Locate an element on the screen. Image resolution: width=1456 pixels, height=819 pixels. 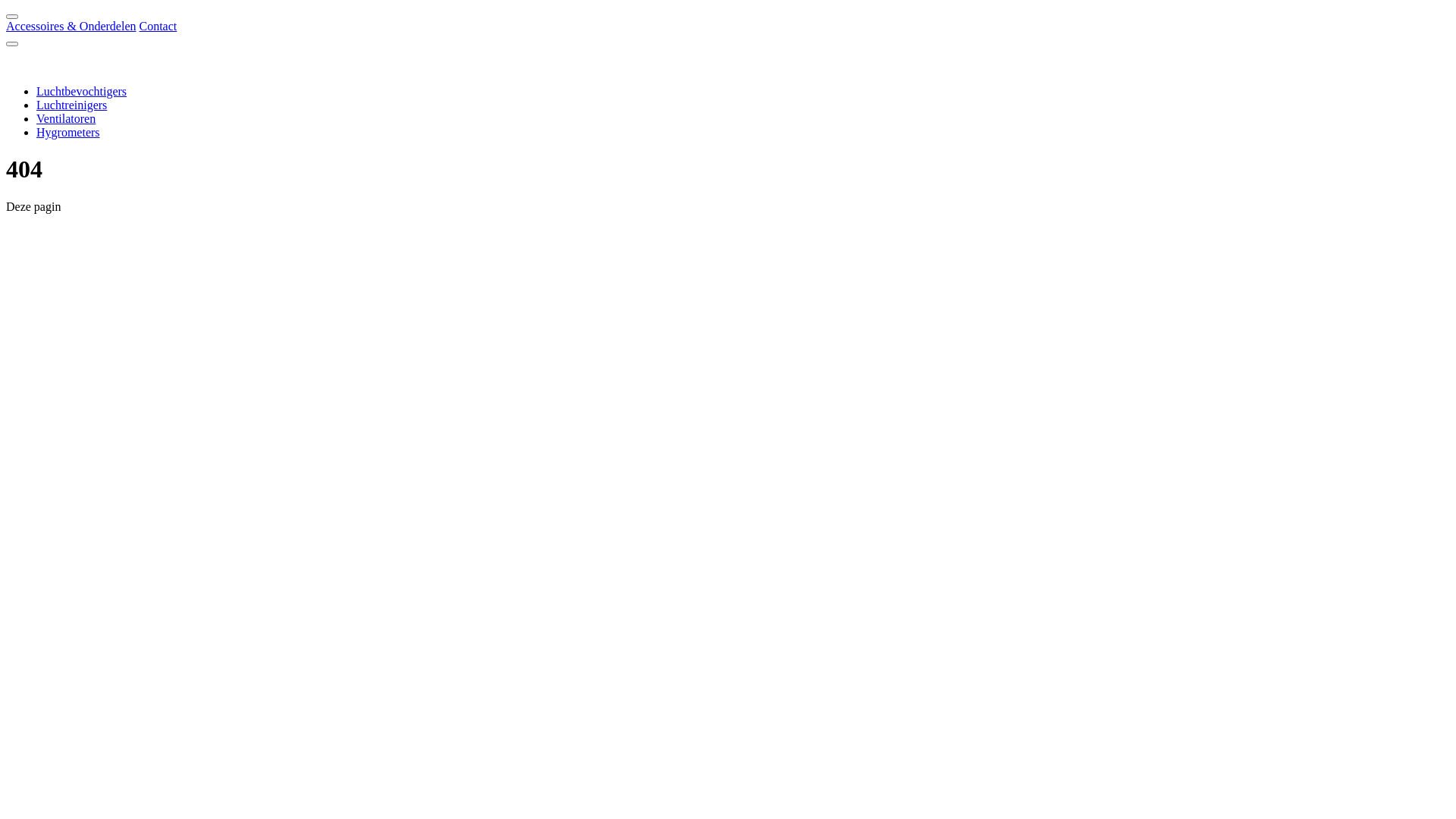
'Hygrometers' is located at coordinates (67, 131).